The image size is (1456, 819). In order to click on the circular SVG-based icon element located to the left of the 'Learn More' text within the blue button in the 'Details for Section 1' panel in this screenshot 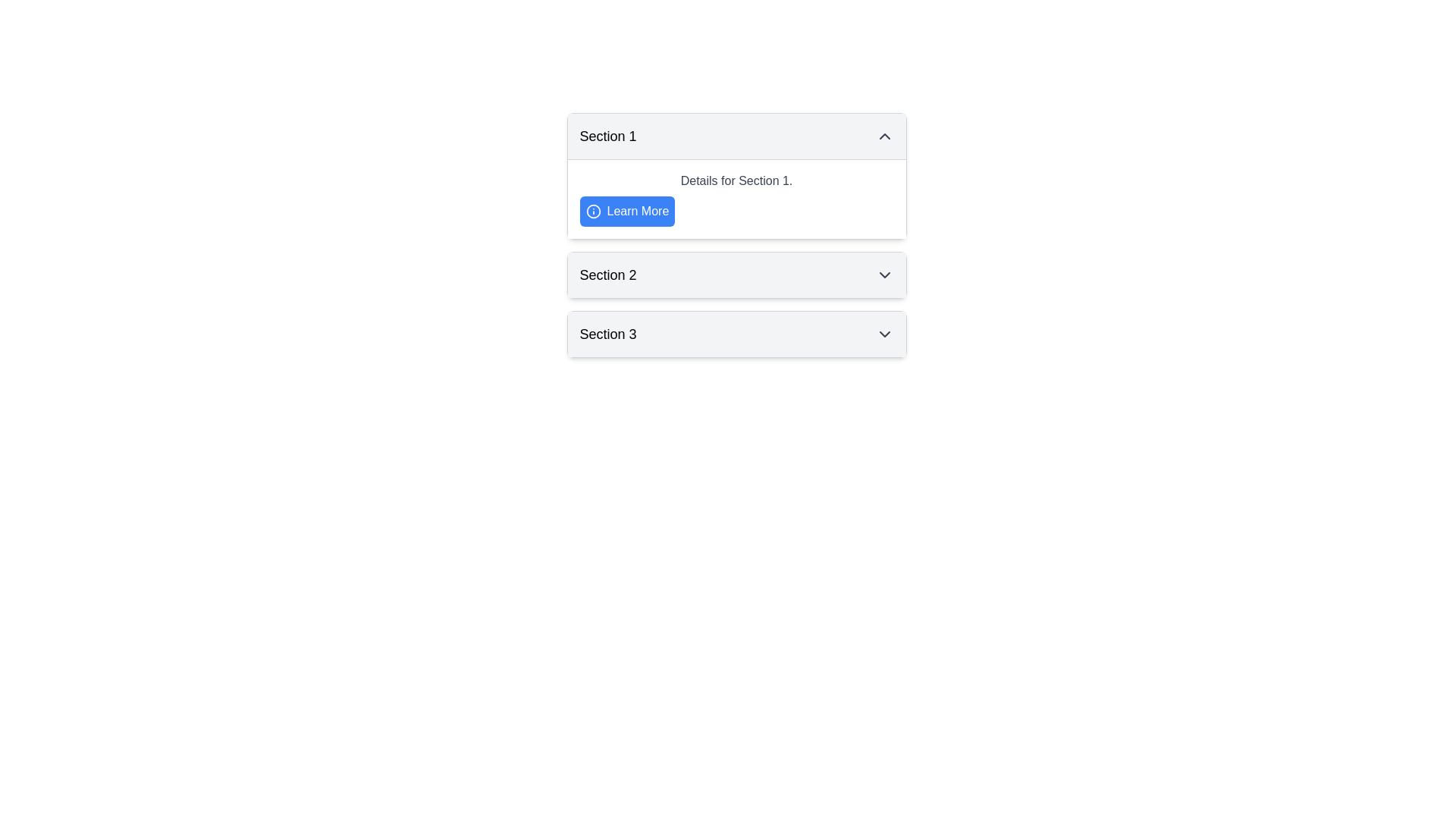, I will do `click(592, 211)`.